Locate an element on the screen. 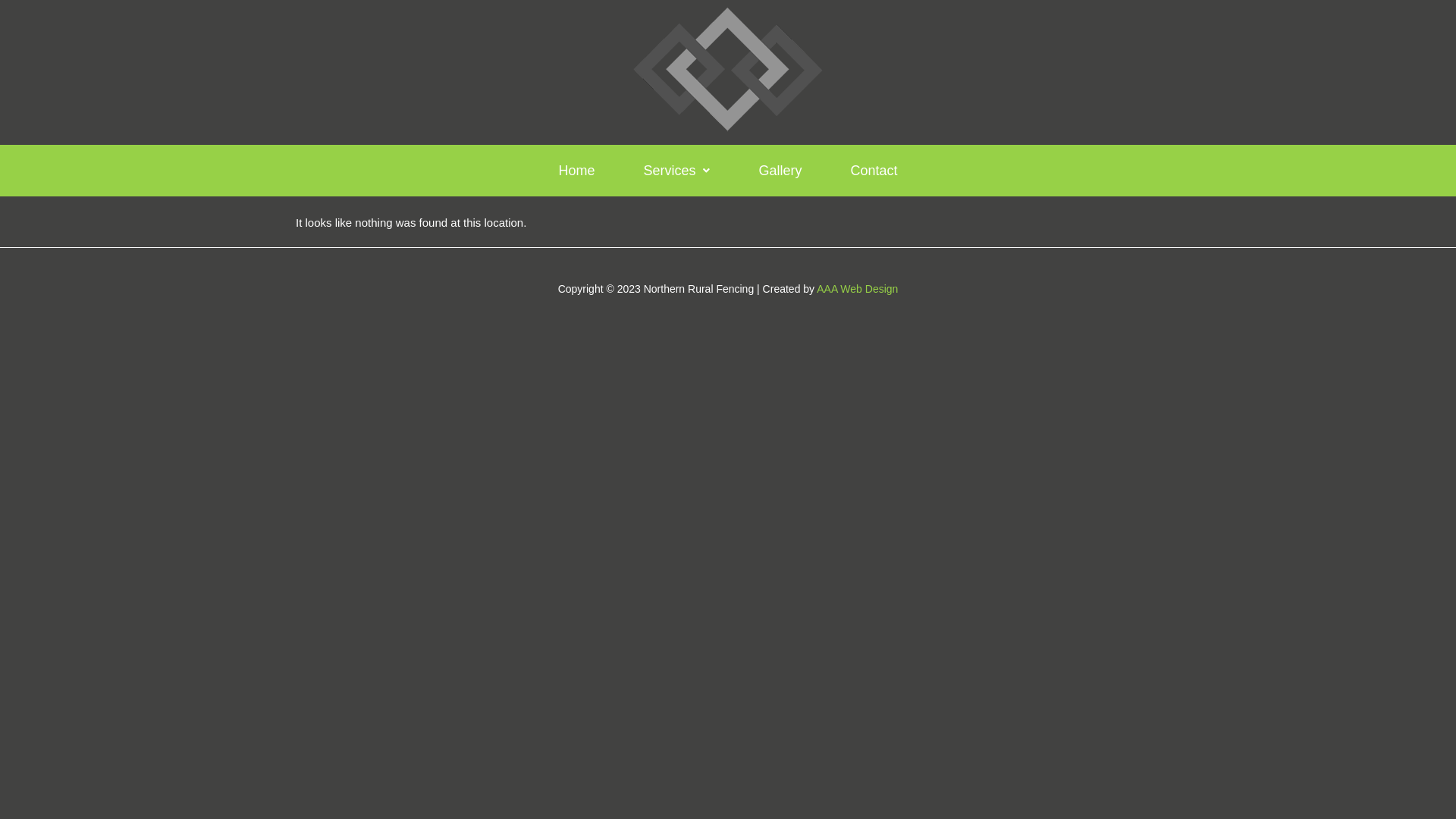  'Services' is located at coordinates (676, 169).